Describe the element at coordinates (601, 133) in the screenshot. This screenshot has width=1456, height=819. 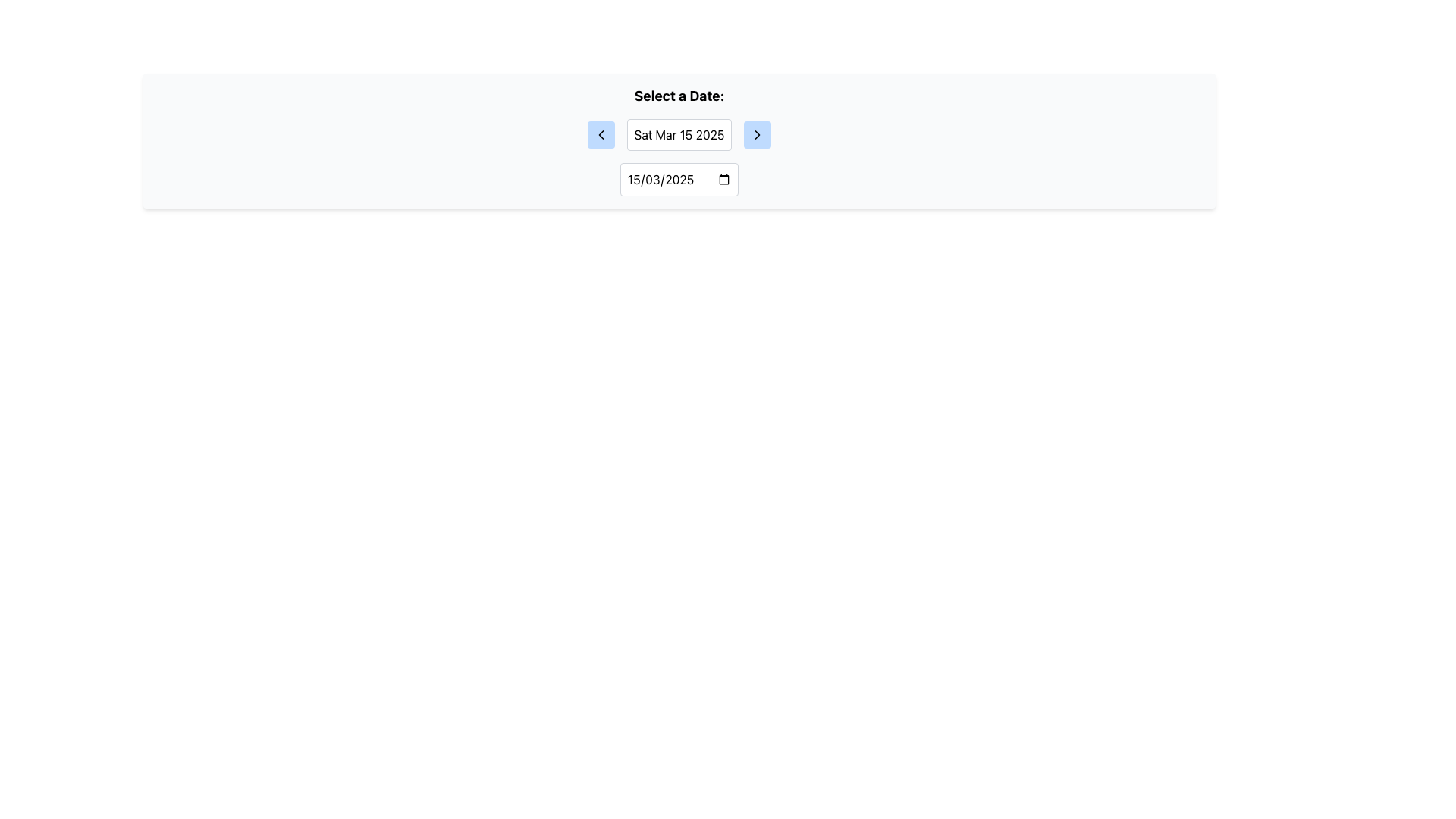
I see `the button containing the backward arrow icon, located to the left of the date label 'Sat Mar 15 2025'` at that location.